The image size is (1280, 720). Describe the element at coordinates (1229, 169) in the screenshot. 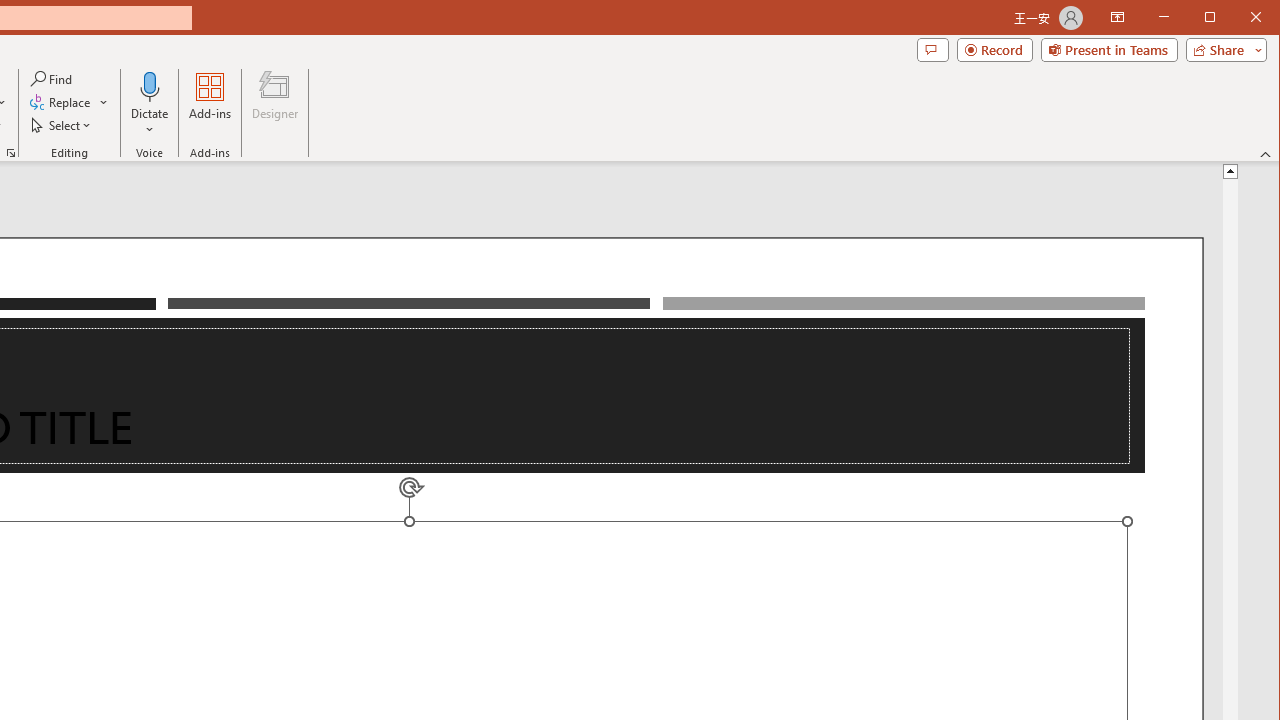

I see `'Line up'` at that location.